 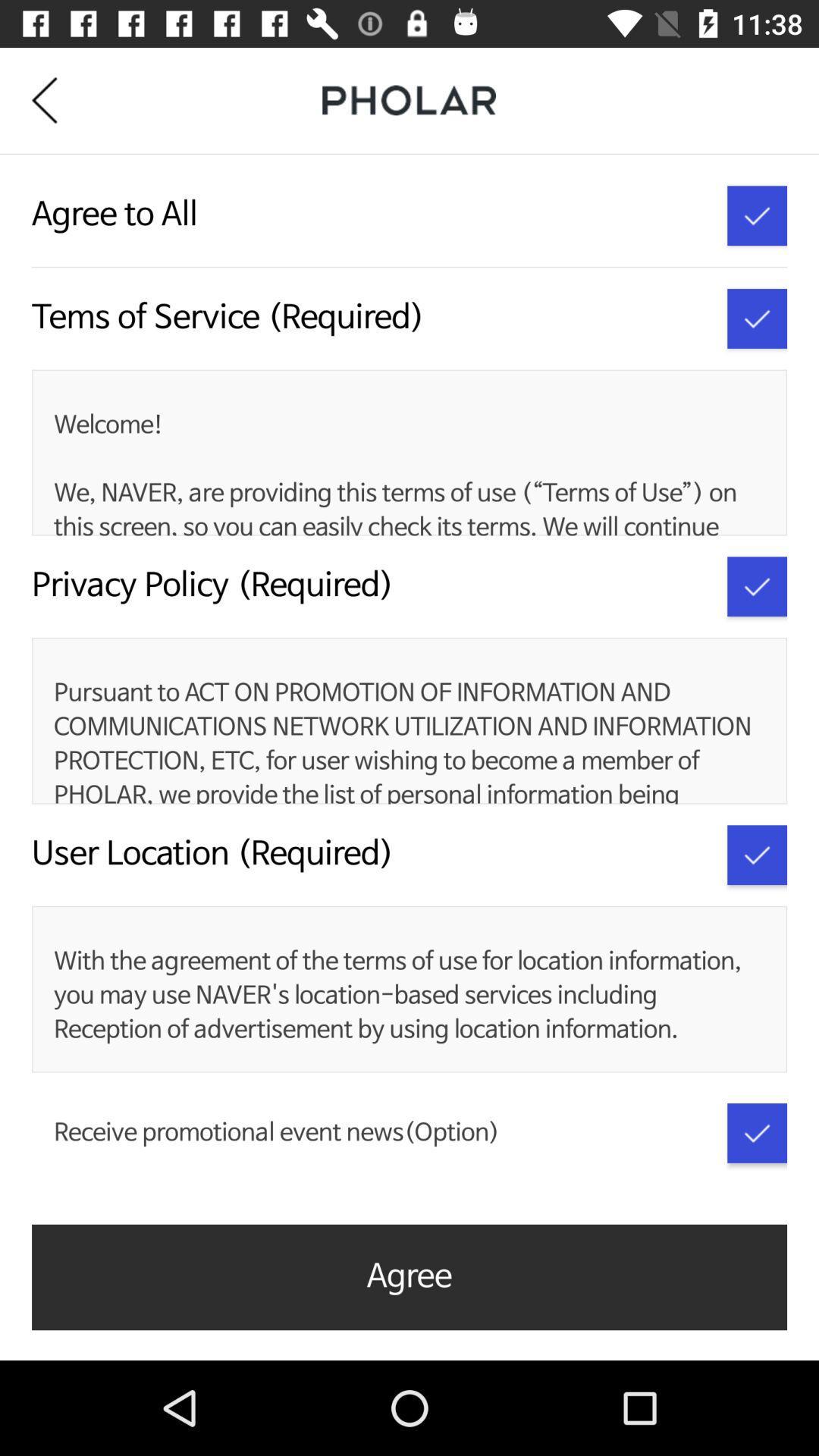 I want to click on icon at the top left corner, so click(x=55, y=99).